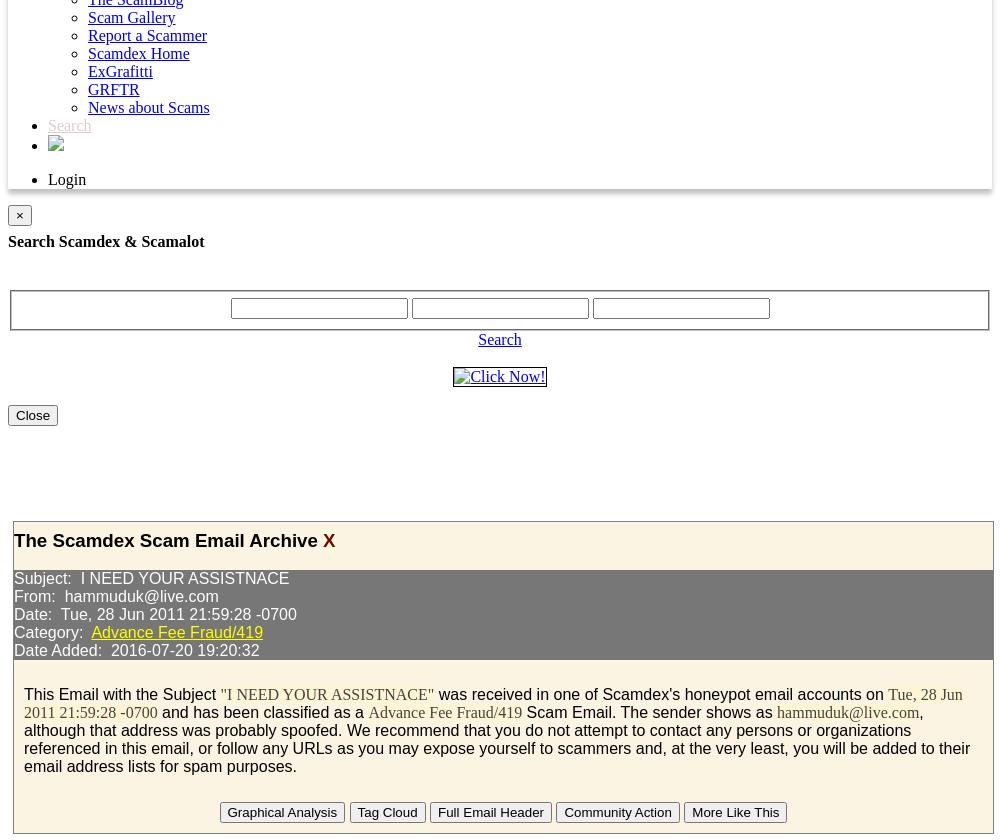 Image resolution: width=1000 pixels, height=840 pixels. I want to click on 'ExGrafitti', so click(119, 71).